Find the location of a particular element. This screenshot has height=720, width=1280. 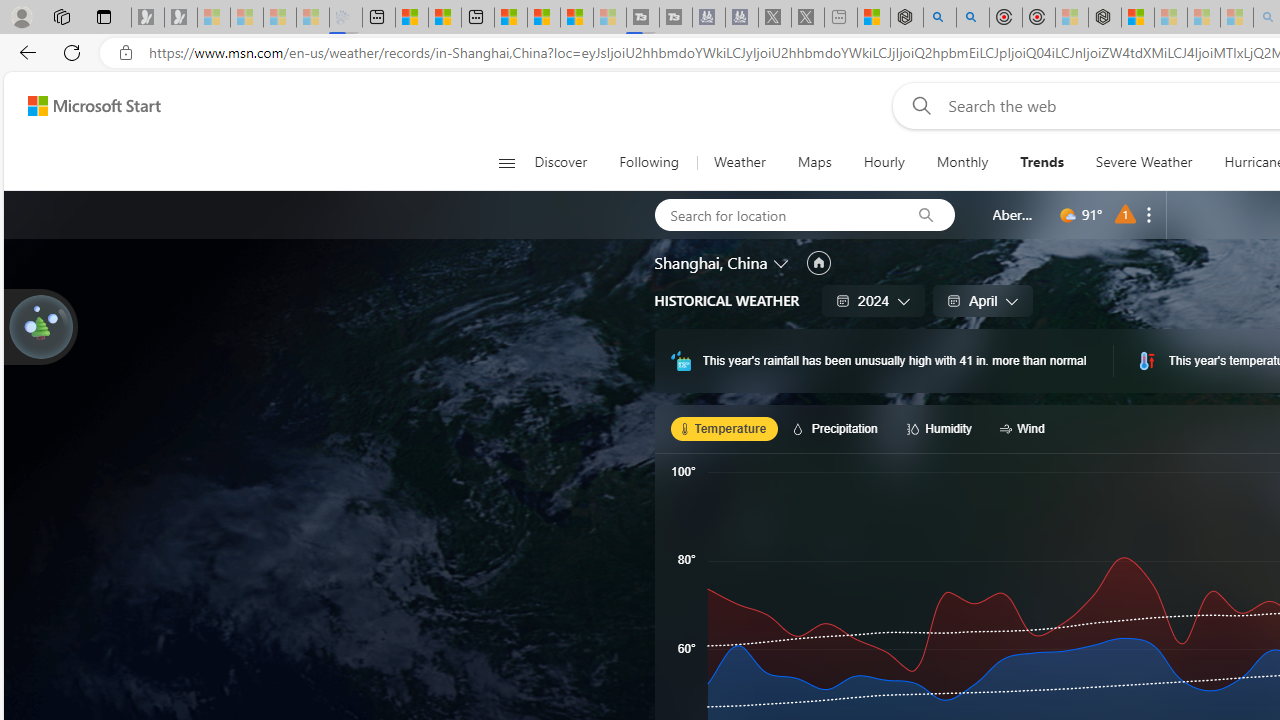

'poe ++ standard - Search' is located at coordinates (973, 17).